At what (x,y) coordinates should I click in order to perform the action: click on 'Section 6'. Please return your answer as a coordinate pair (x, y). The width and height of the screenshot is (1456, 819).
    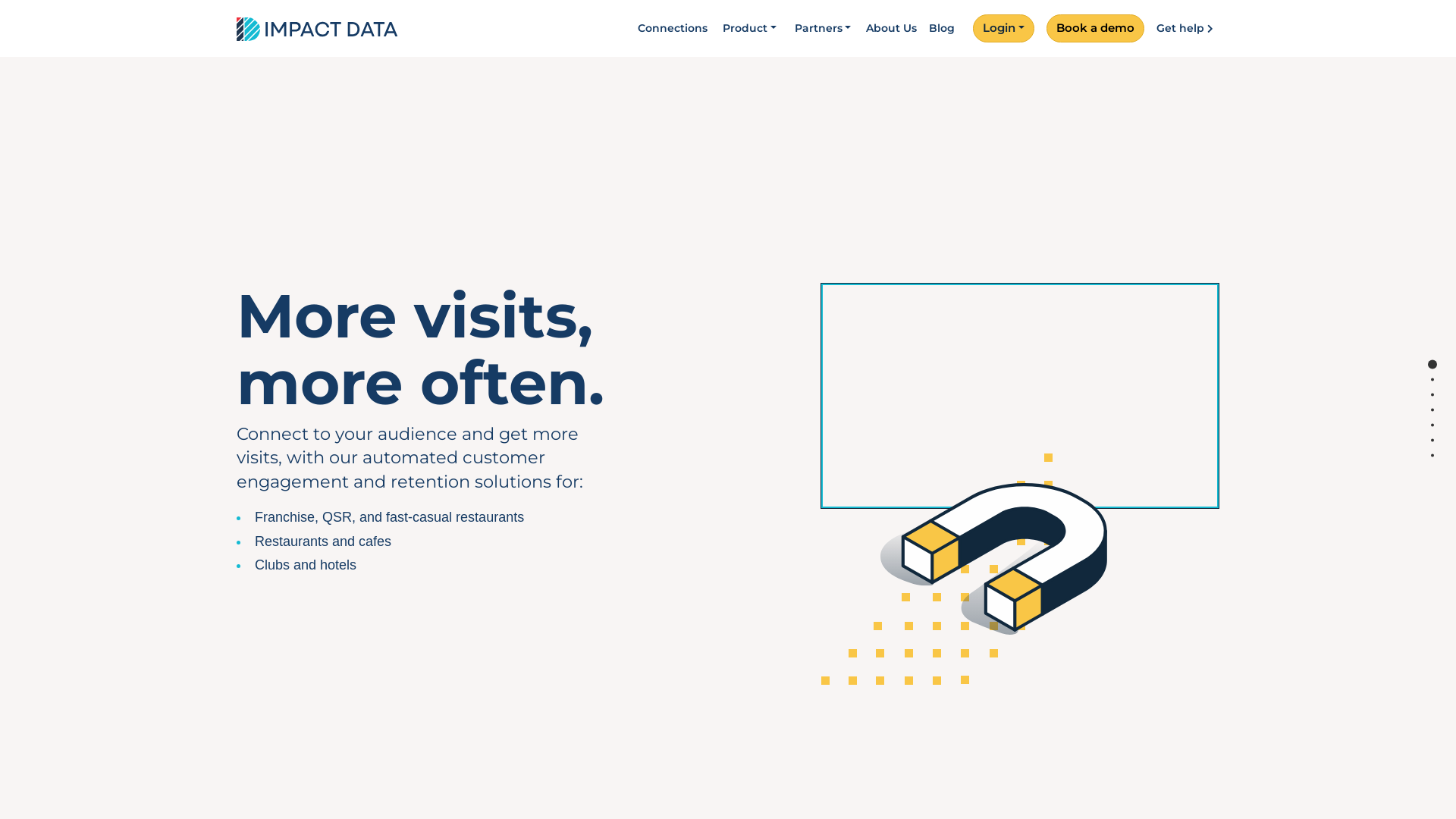
    Looking at the image, I should click on (1432, 440).